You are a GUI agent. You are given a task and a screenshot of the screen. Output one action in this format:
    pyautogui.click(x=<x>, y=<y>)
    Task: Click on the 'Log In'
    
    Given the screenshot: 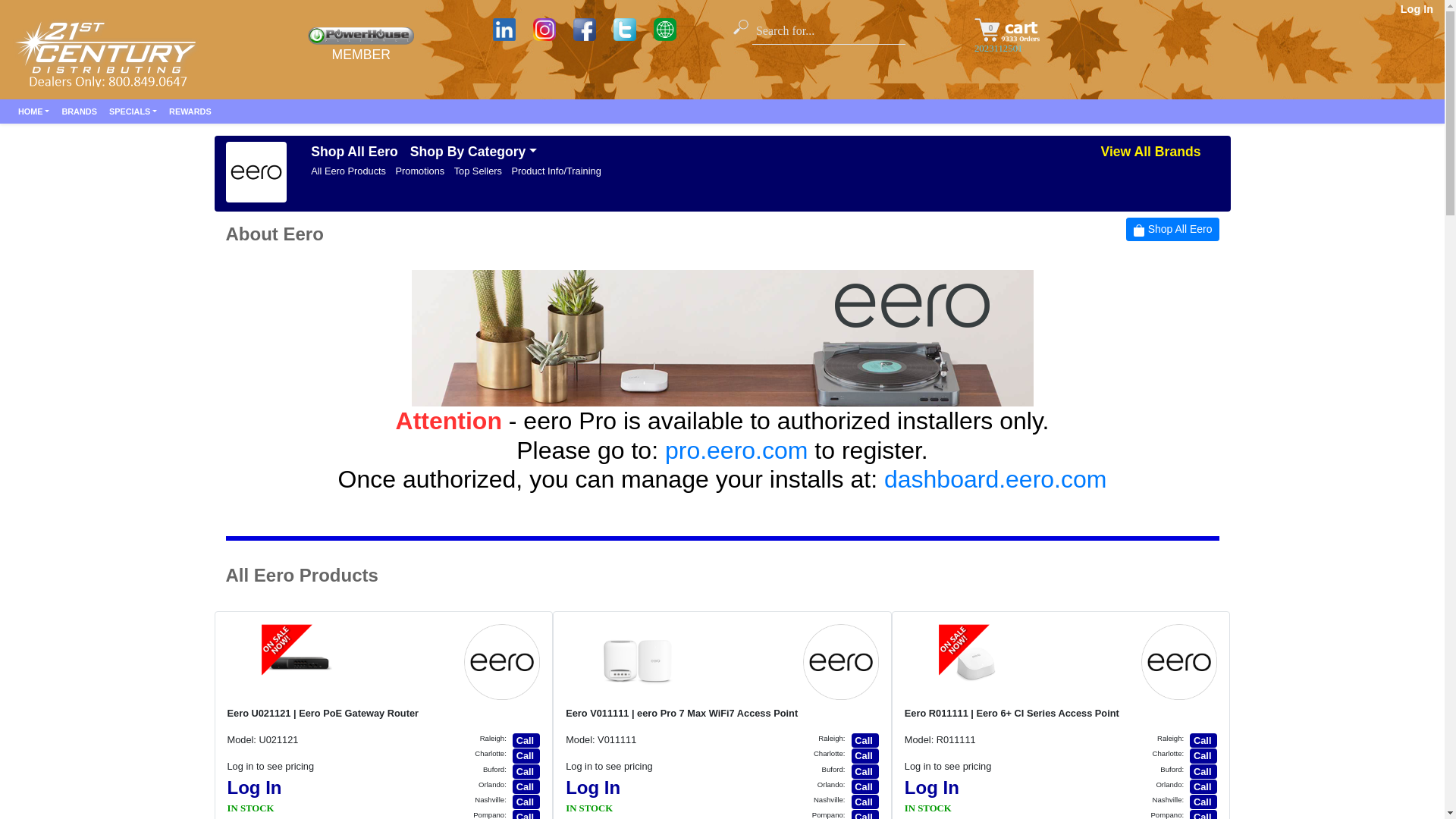 What is the action you would take?
    pyautogui.click(x=255, y=786)
    